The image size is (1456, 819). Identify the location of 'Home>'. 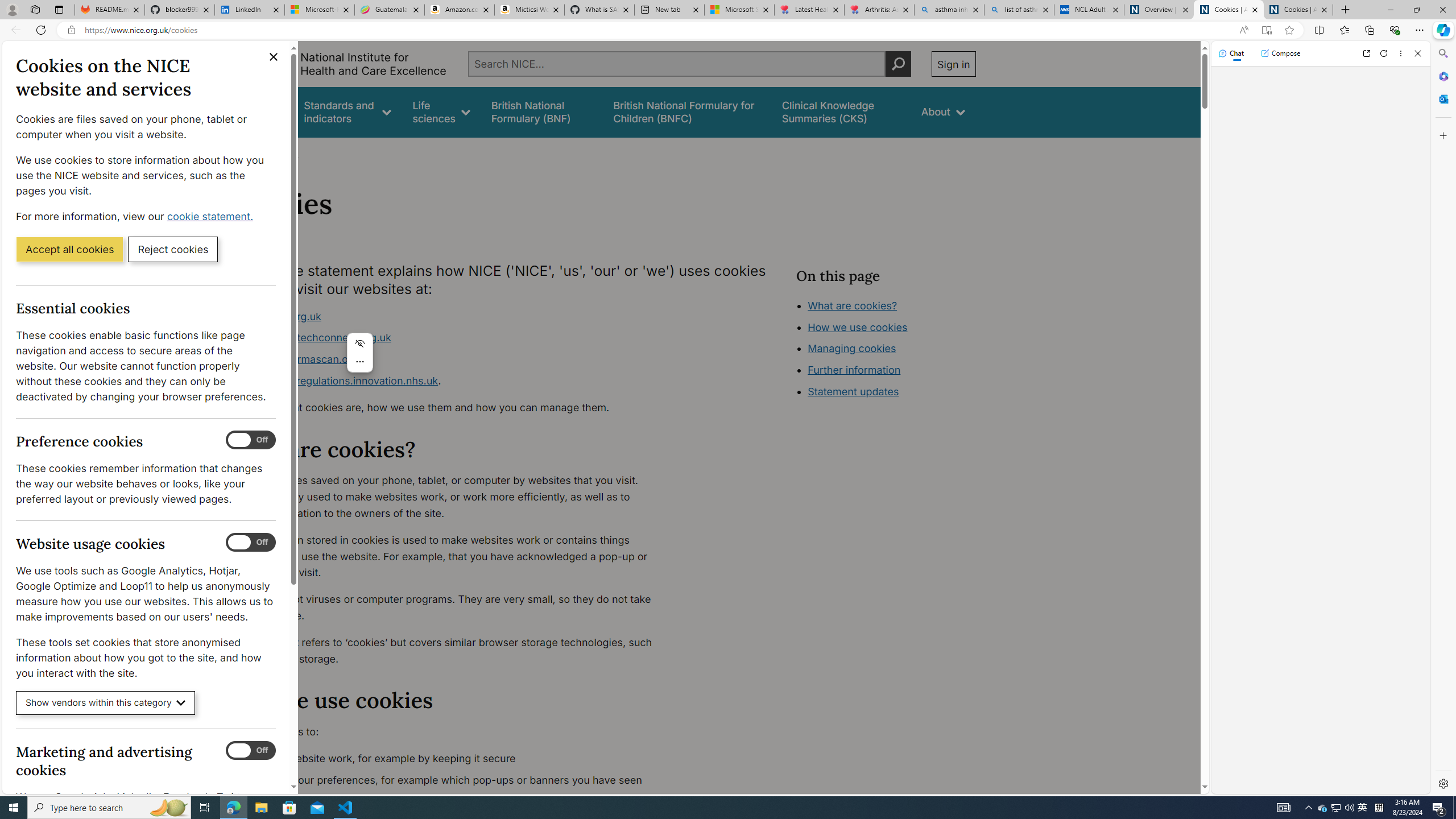
(246, 152).